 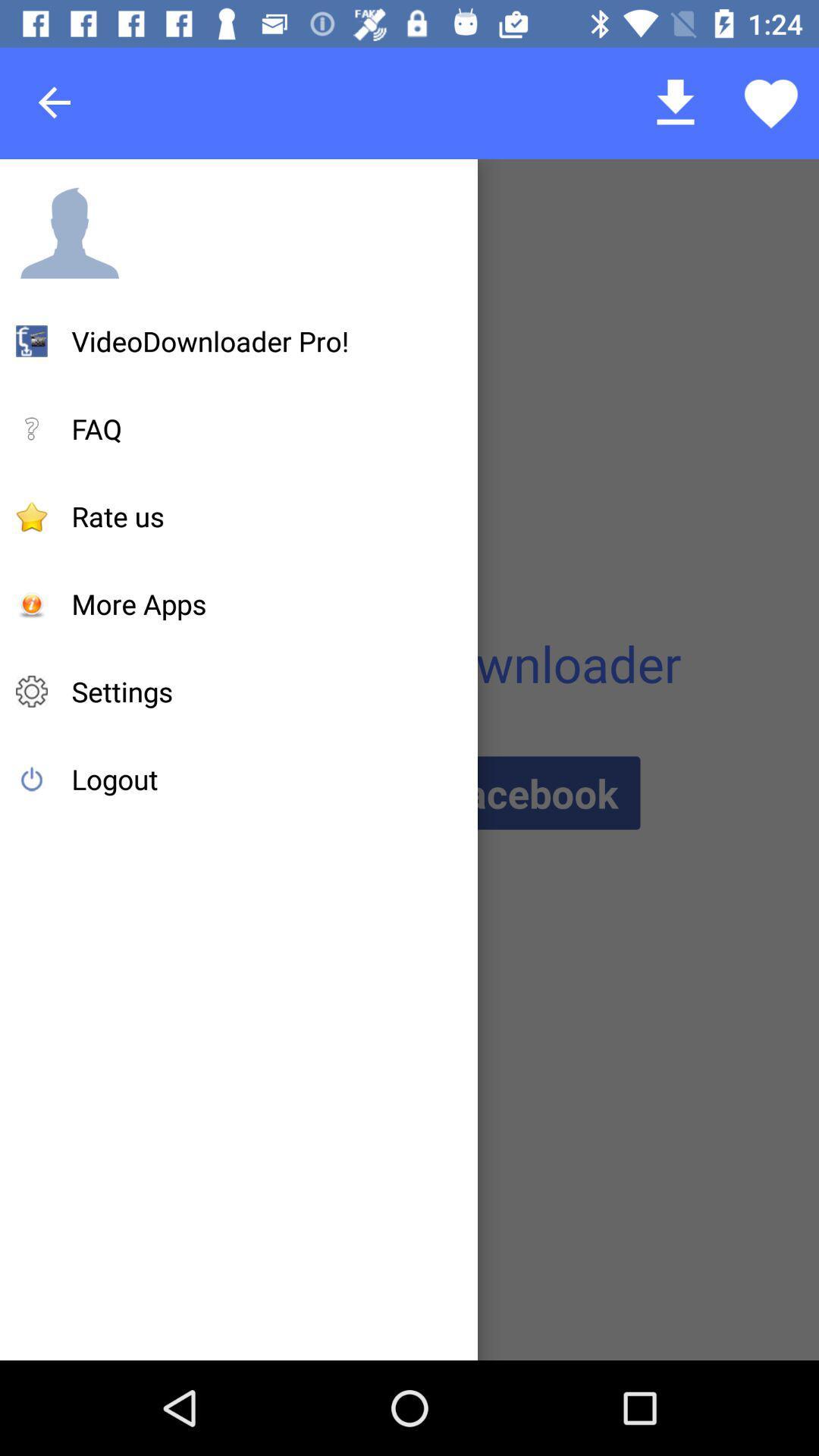 I want to click on icon above public videodownloader, so click(x=139, y=603).